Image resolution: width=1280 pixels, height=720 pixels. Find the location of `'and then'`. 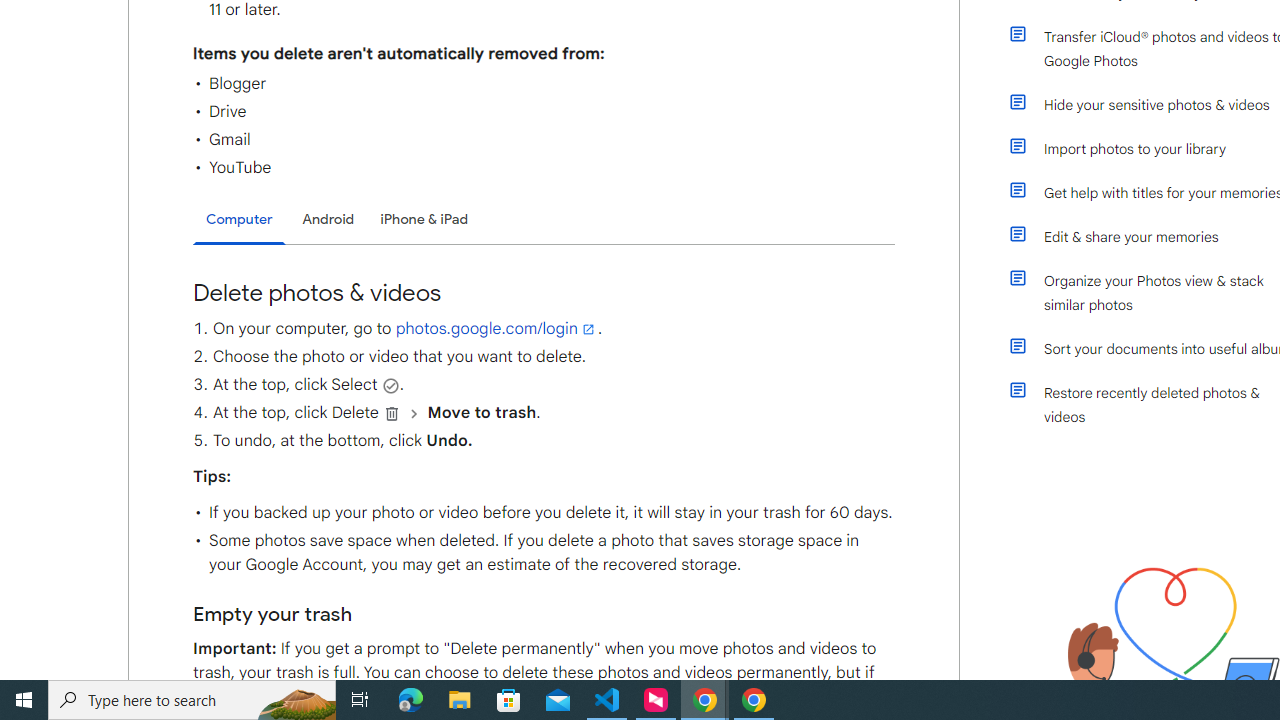

'and then' is located at coordinates (413, 412).